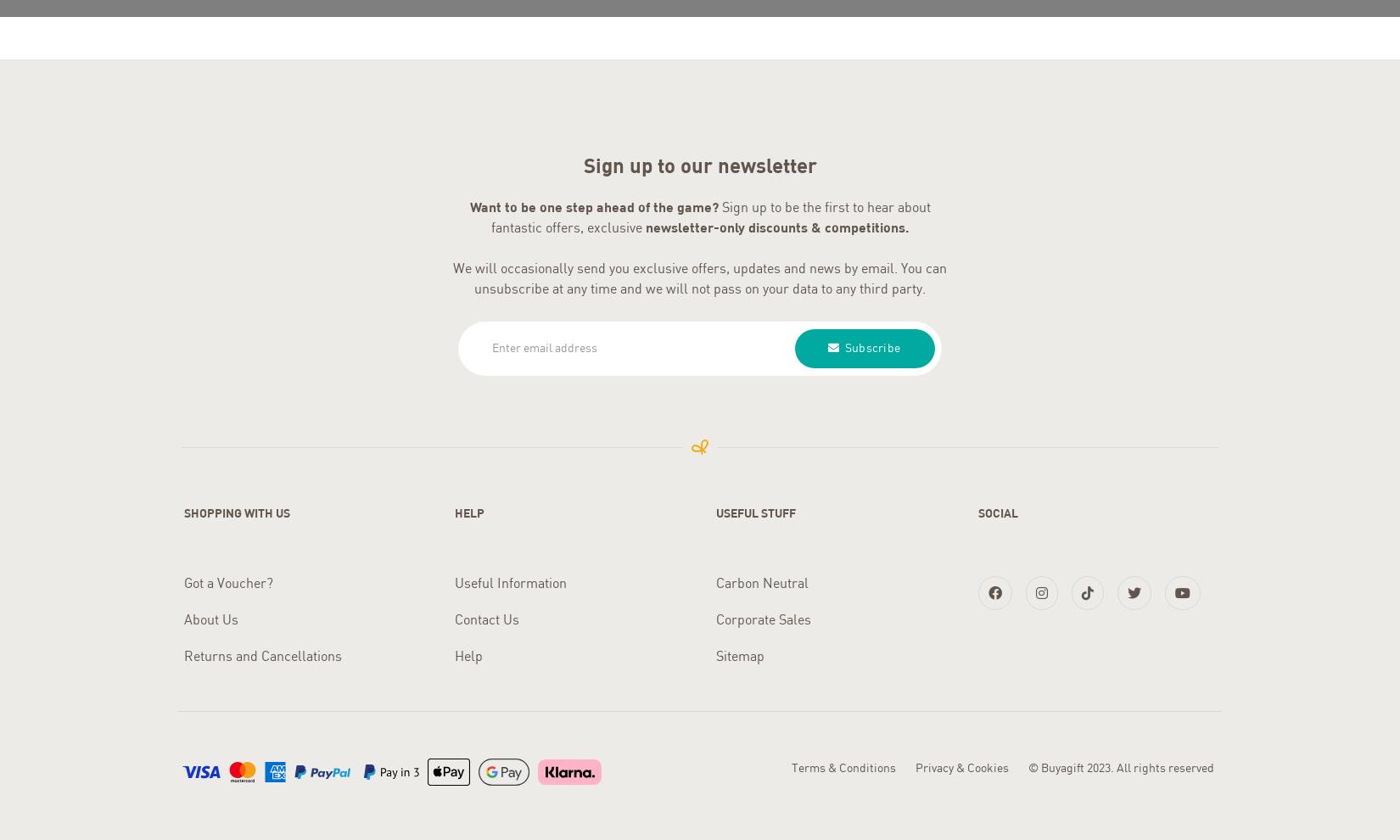  I want to click on 'Privacy & Cookies', so click(962, 763).